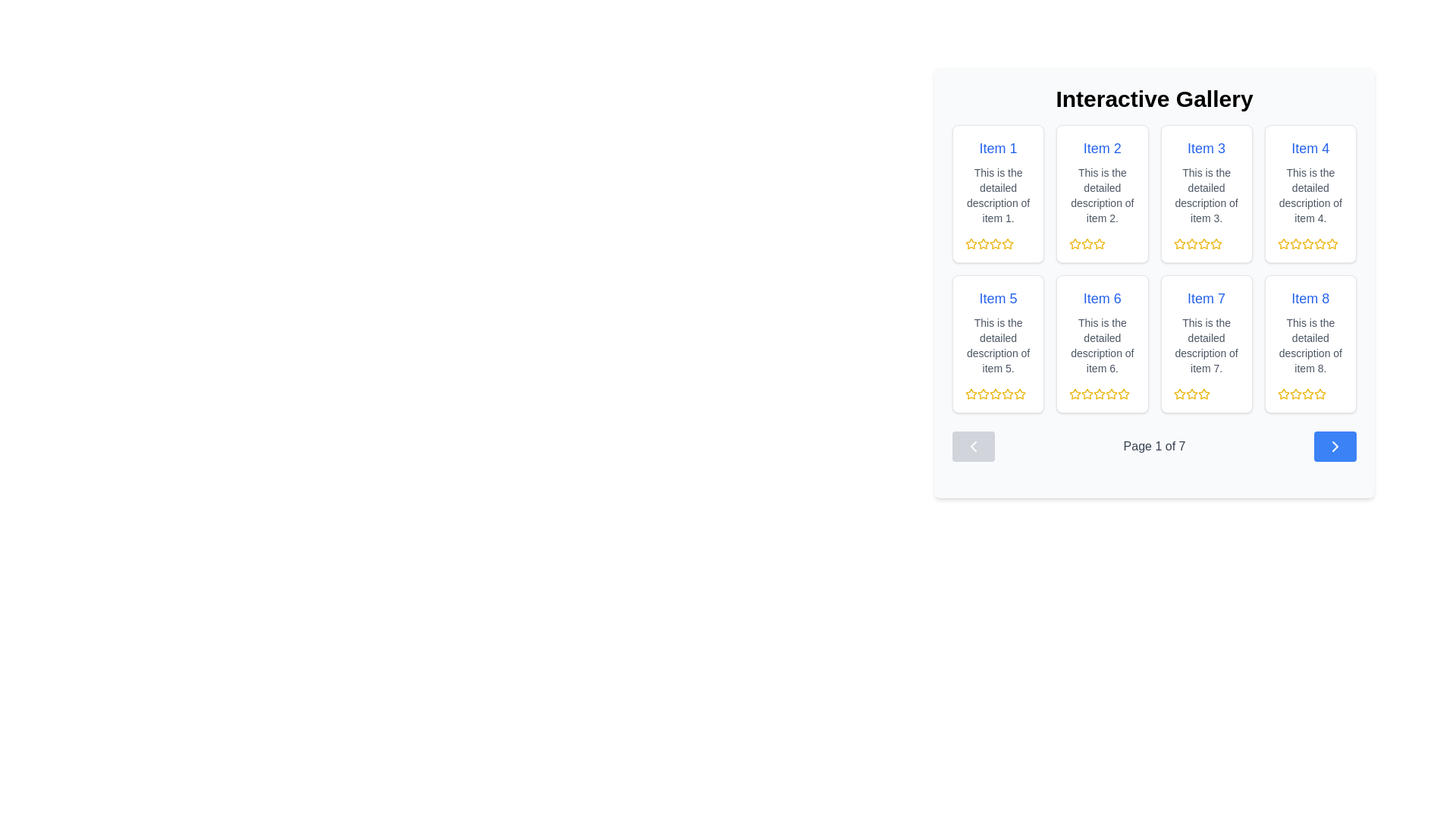  I want to click on the fourth filled yellow star icon used for rating, located below the title and description of 'Item 4', so click(1307, 243).